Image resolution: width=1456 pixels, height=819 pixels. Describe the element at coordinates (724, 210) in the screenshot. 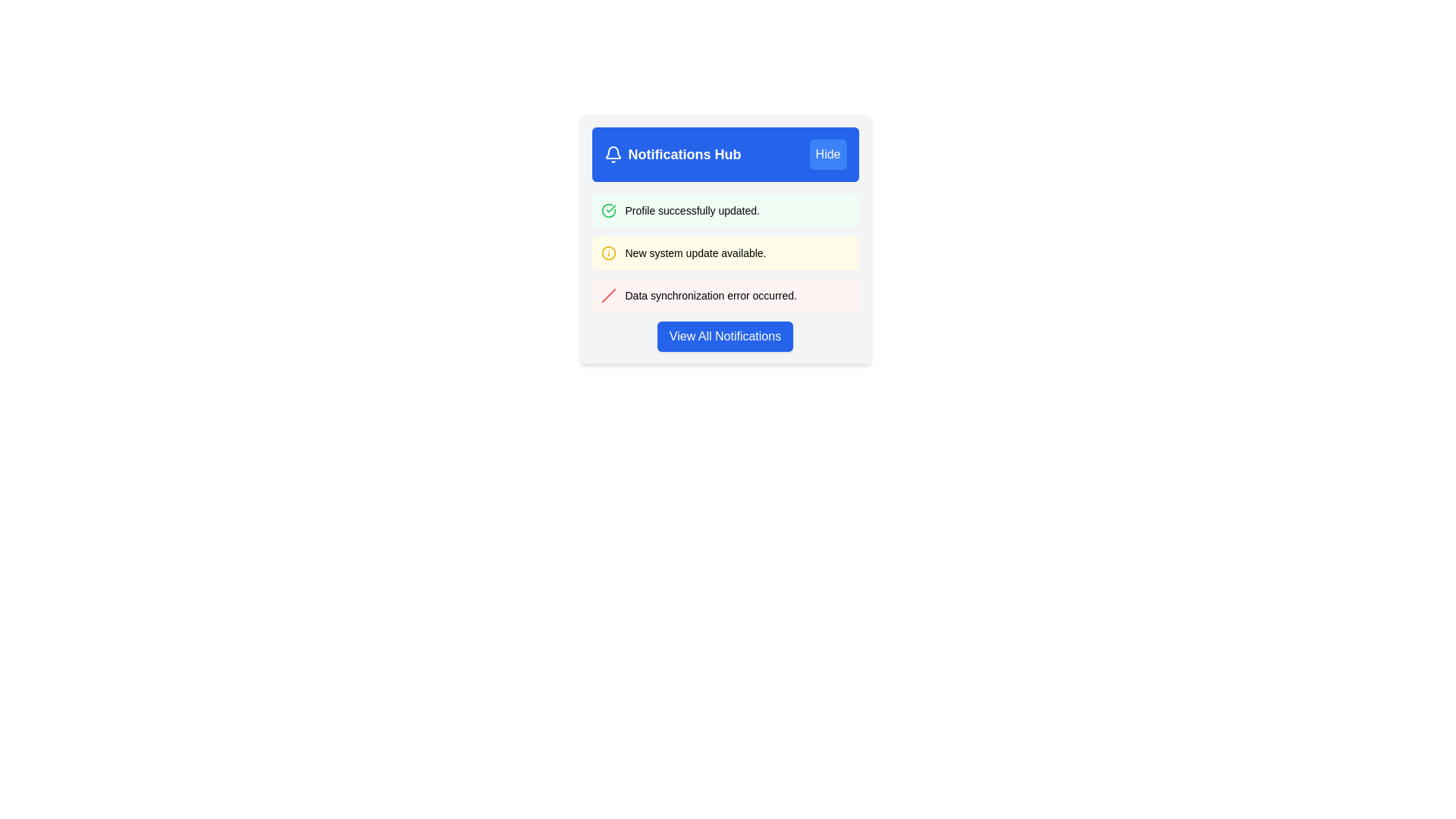

I see `message in the notification box that states 'Profile successfully updated.' which is the first notification under the 'Notifications Hub.'` at that location.